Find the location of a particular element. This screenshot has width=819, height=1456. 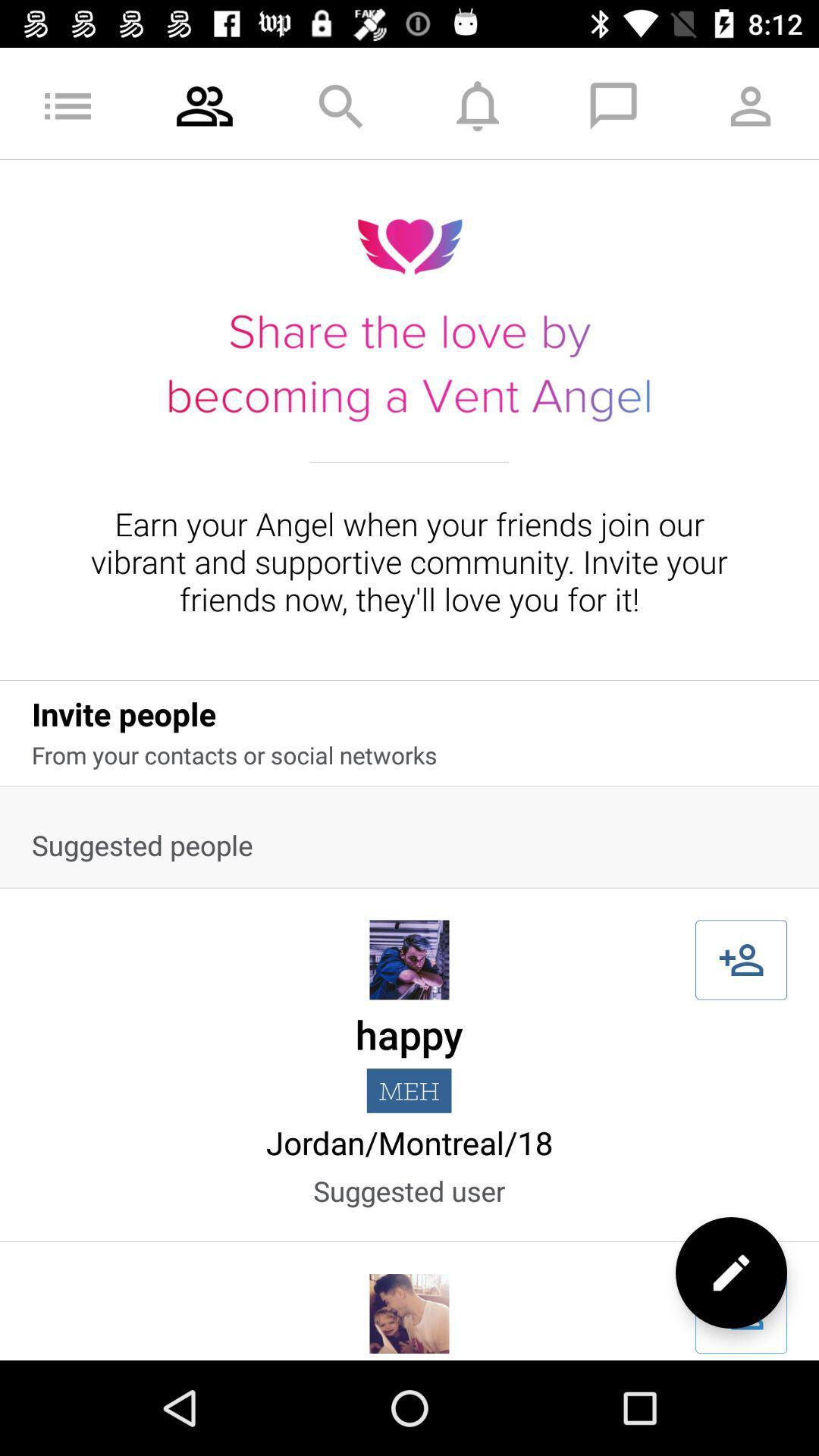

start entry is located at coordinates (740, 1313).